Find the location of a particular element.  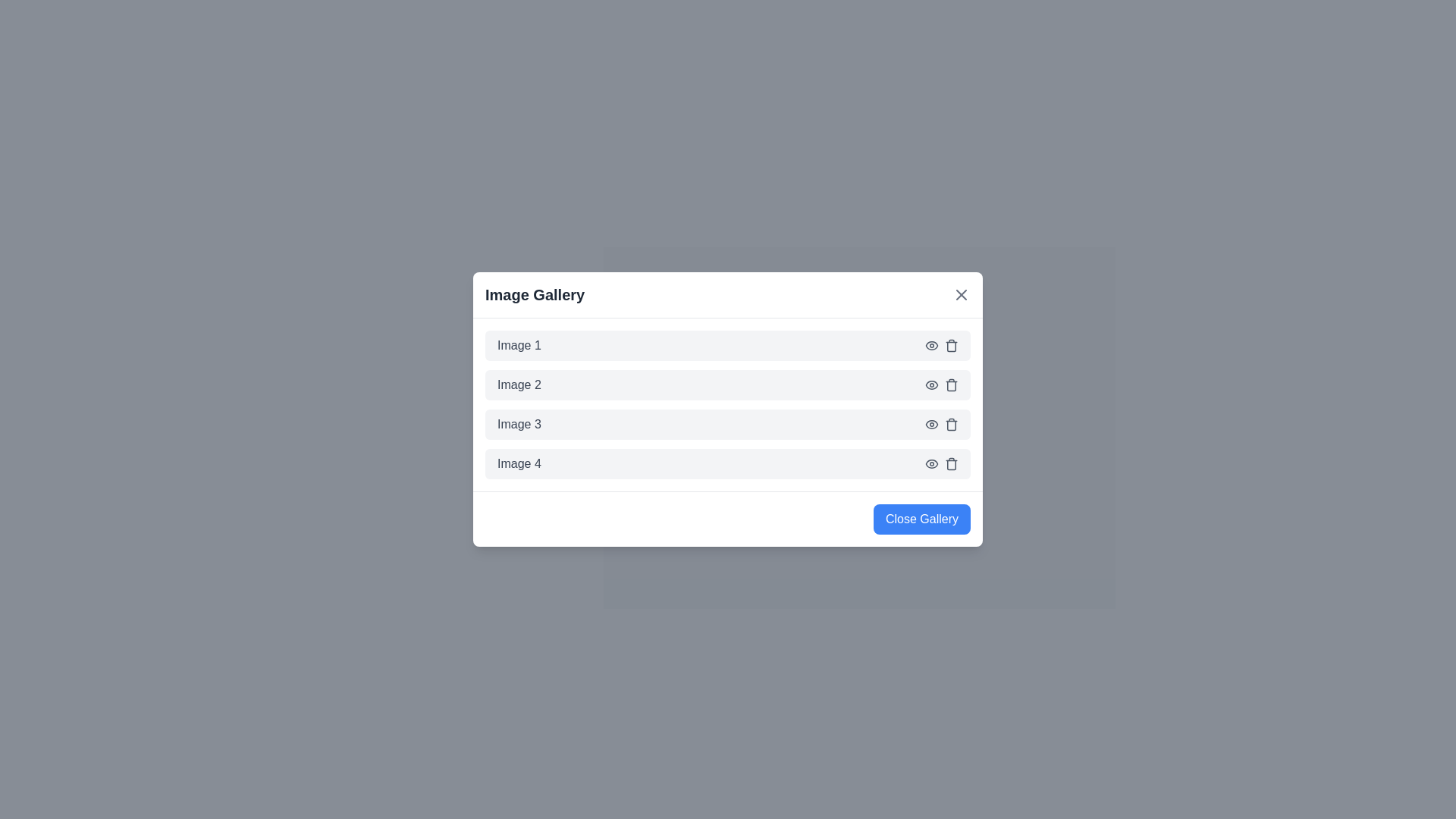

the static text header indicating the image gallery content at the top-left corner of the modal interface is located at coordinates (535, 295).